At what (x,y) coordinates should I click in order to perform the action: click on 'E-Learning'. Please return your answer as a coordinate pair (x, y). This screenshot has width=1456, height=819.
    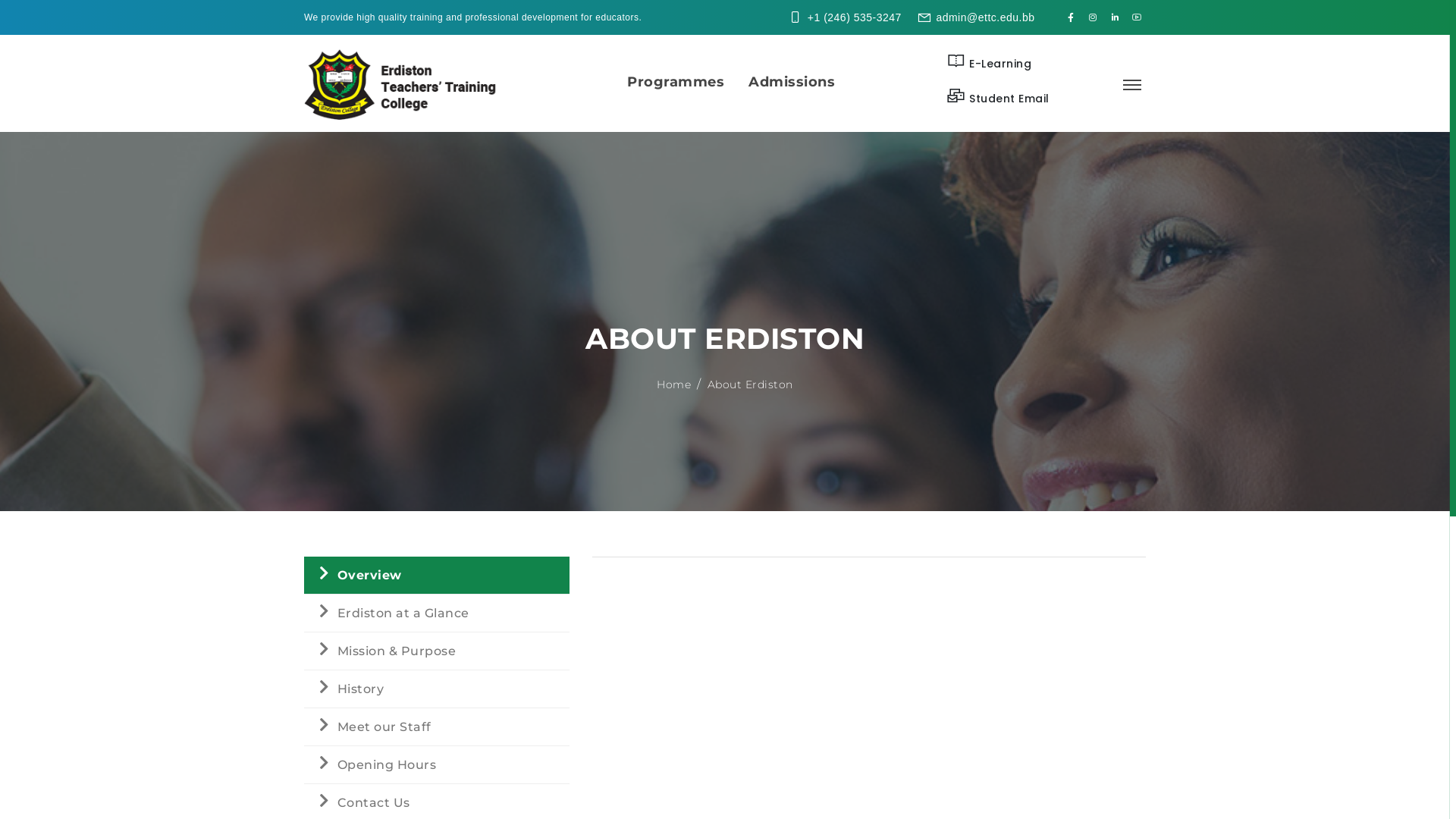
    Looking at the image, I should click on (989, 61).